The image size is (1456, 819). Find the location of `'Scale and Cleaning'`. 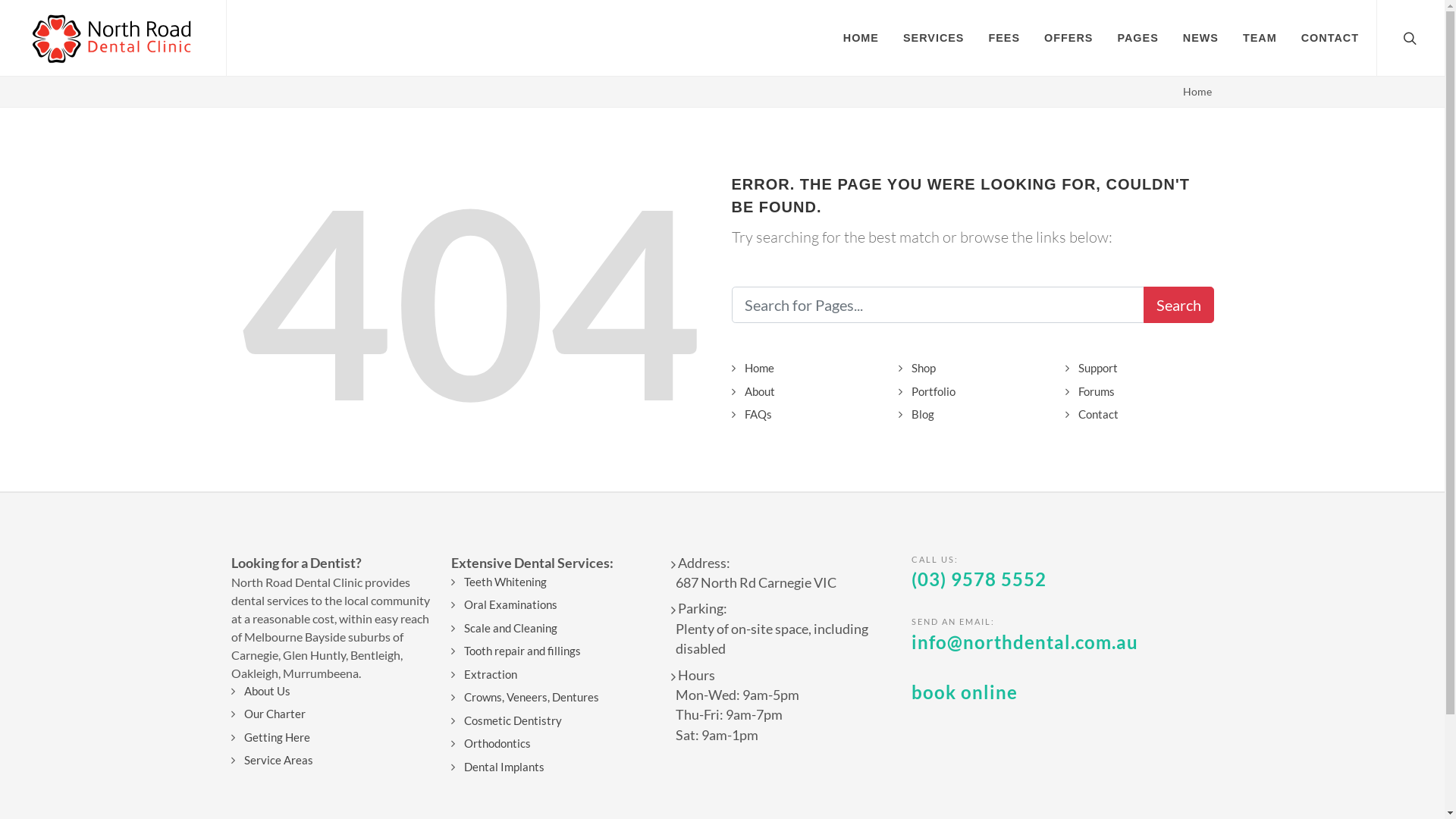

'Scale and Cleaning' is located at coordinates (454, 628).